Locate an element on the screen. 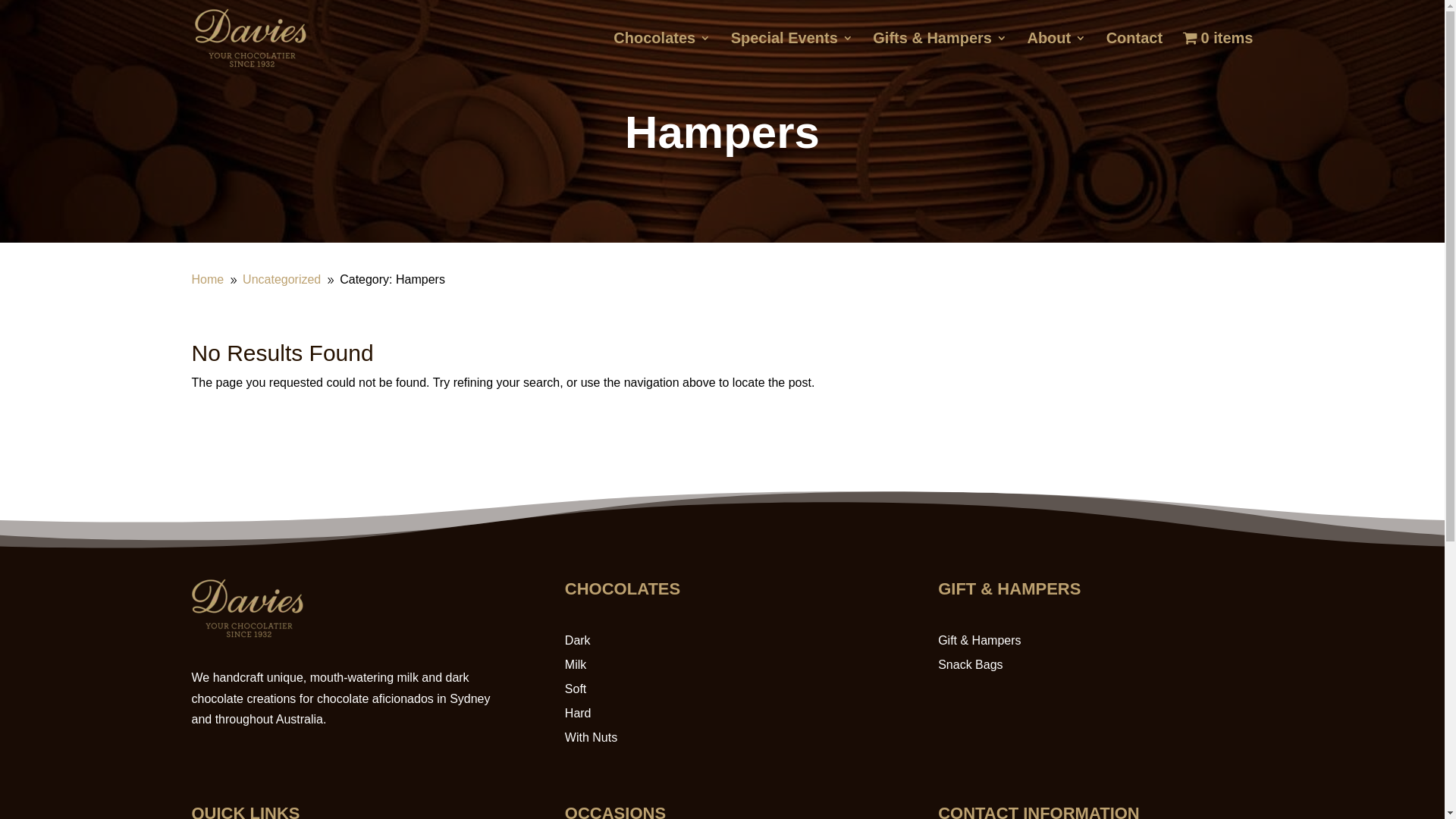 The width and height of the screenshot is (1456, 819). '0 items' is located at coordinates (1218, 52).